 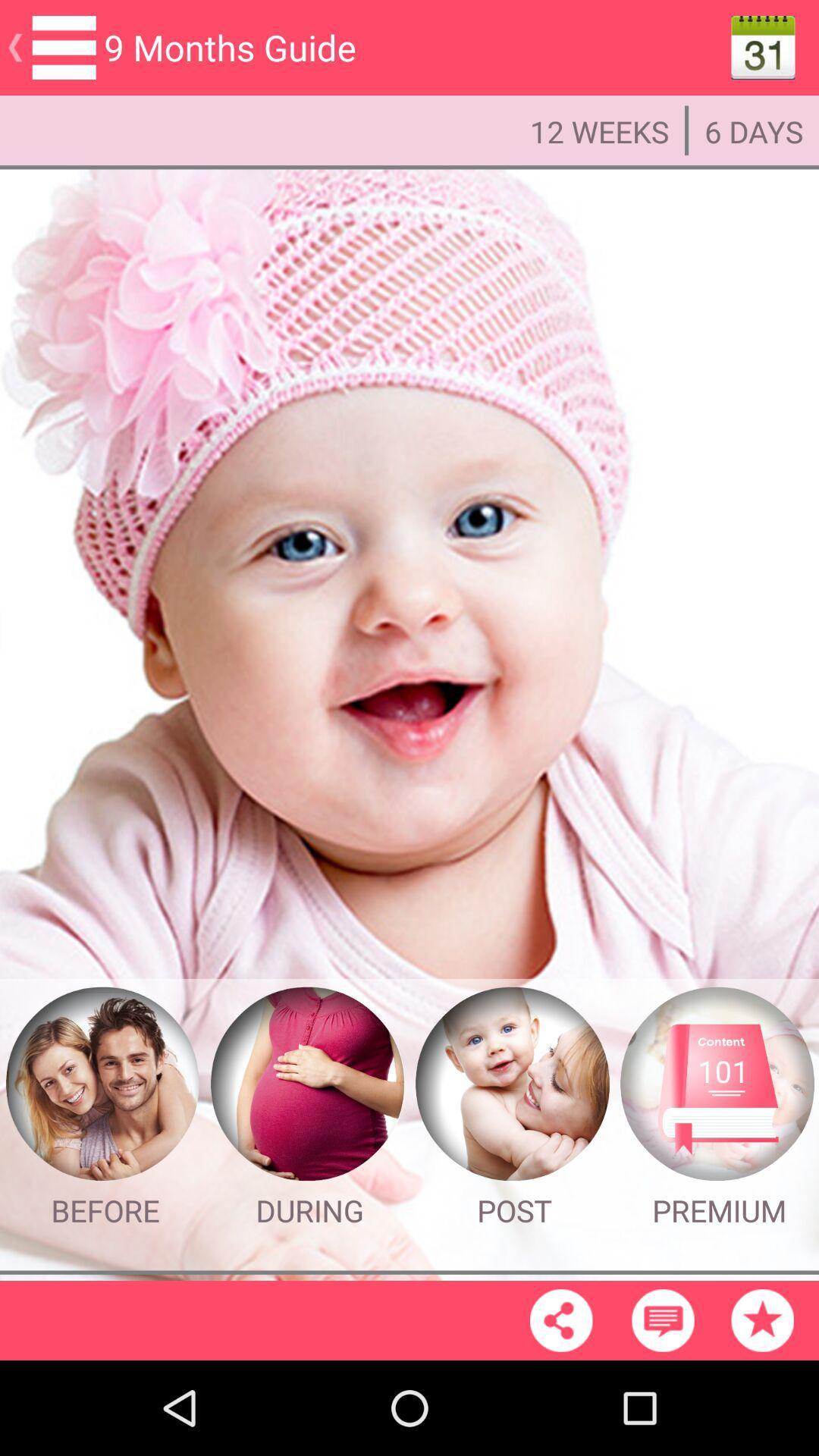 I want to click on share the page, so click(x=561, y=1319).